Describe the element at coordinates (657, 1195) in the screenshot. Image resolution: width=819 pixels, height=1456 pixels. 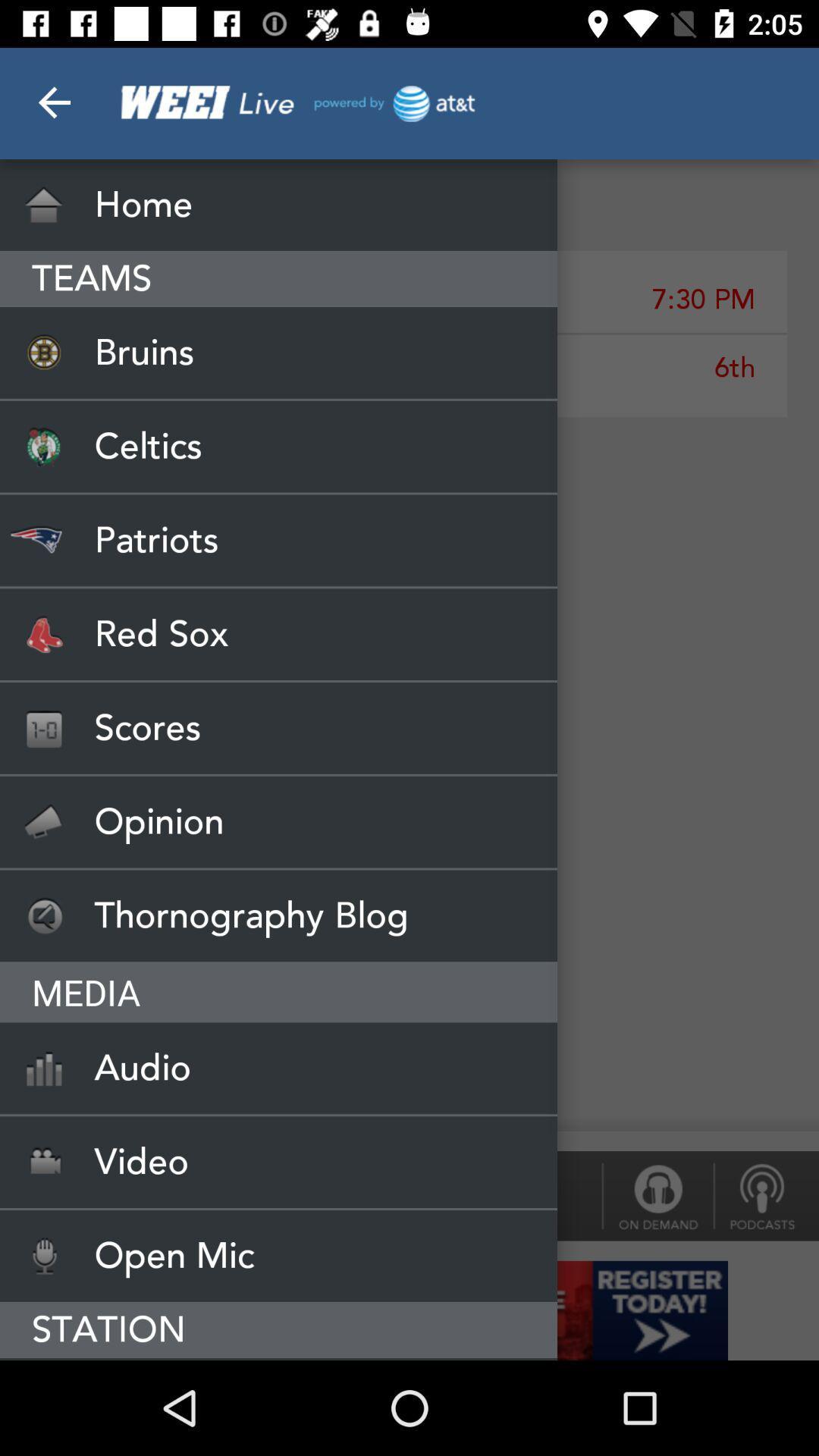
I see `the info icon` at that location.